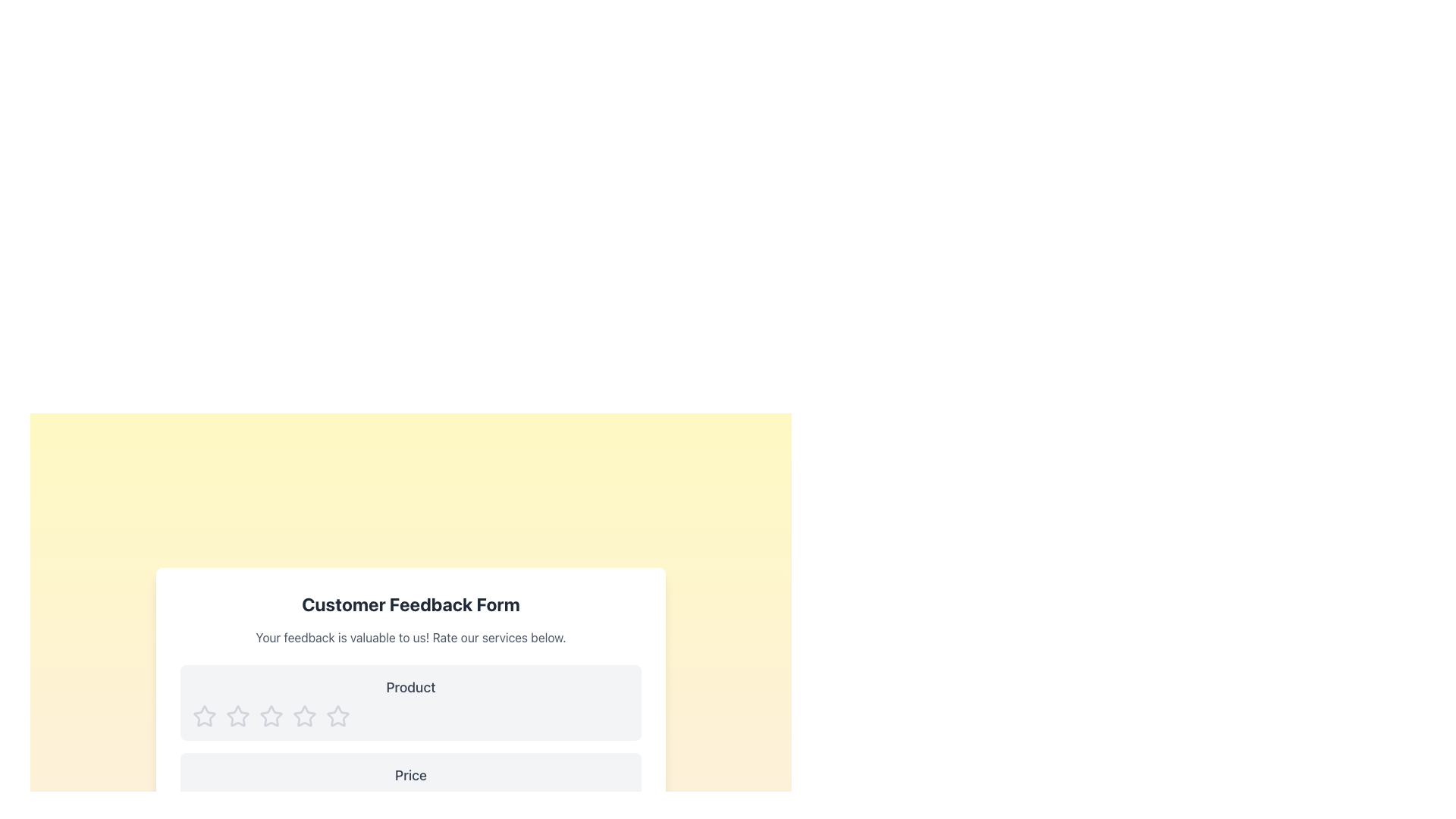  What do you see at coordinates (337, 716) in the screenshot?
I see `the fourth star icon in the 'Product' rating section` at bounding box center [337, 716].